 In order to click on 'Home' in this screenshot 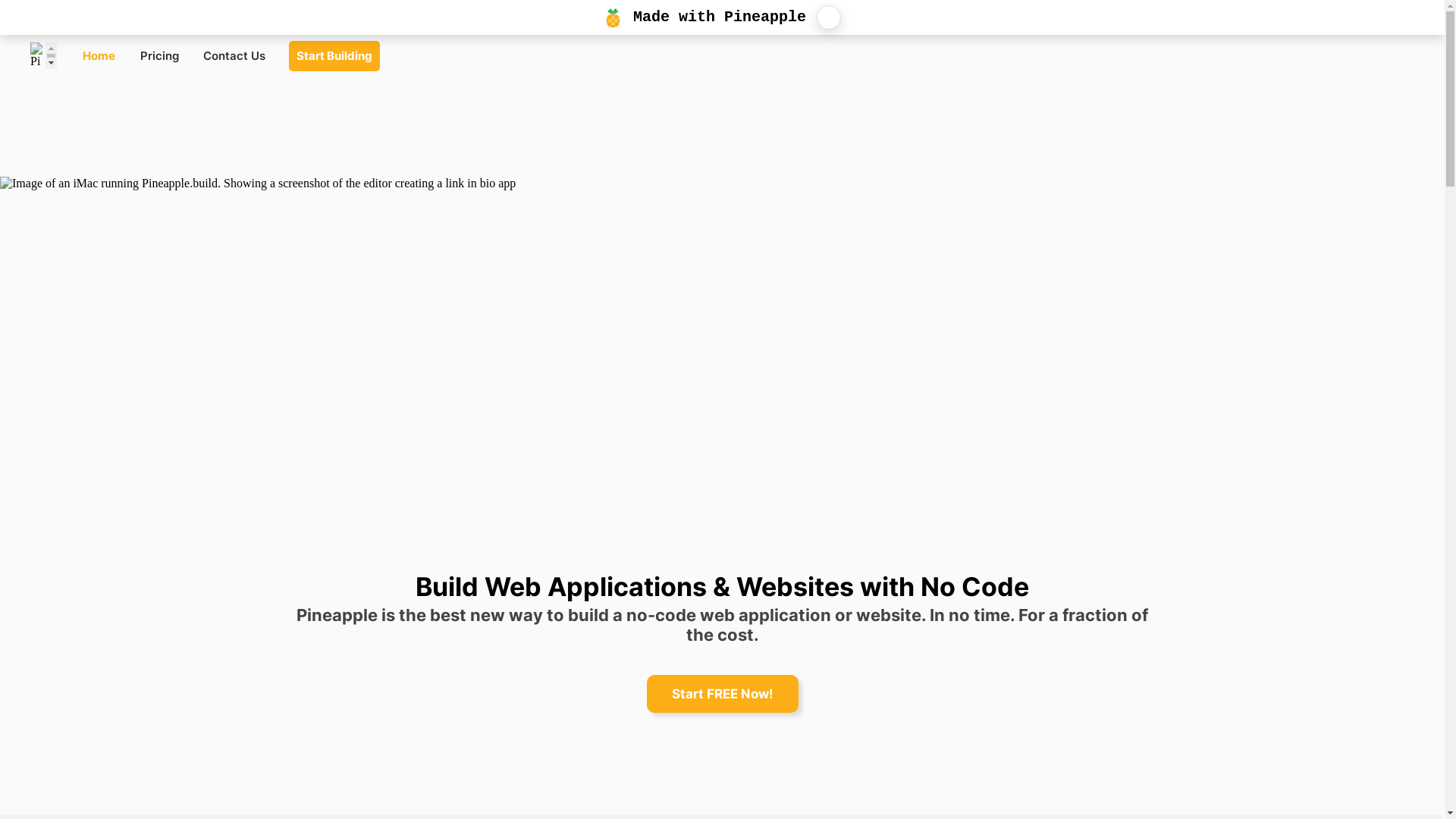, I will do `click(97, 55)`.